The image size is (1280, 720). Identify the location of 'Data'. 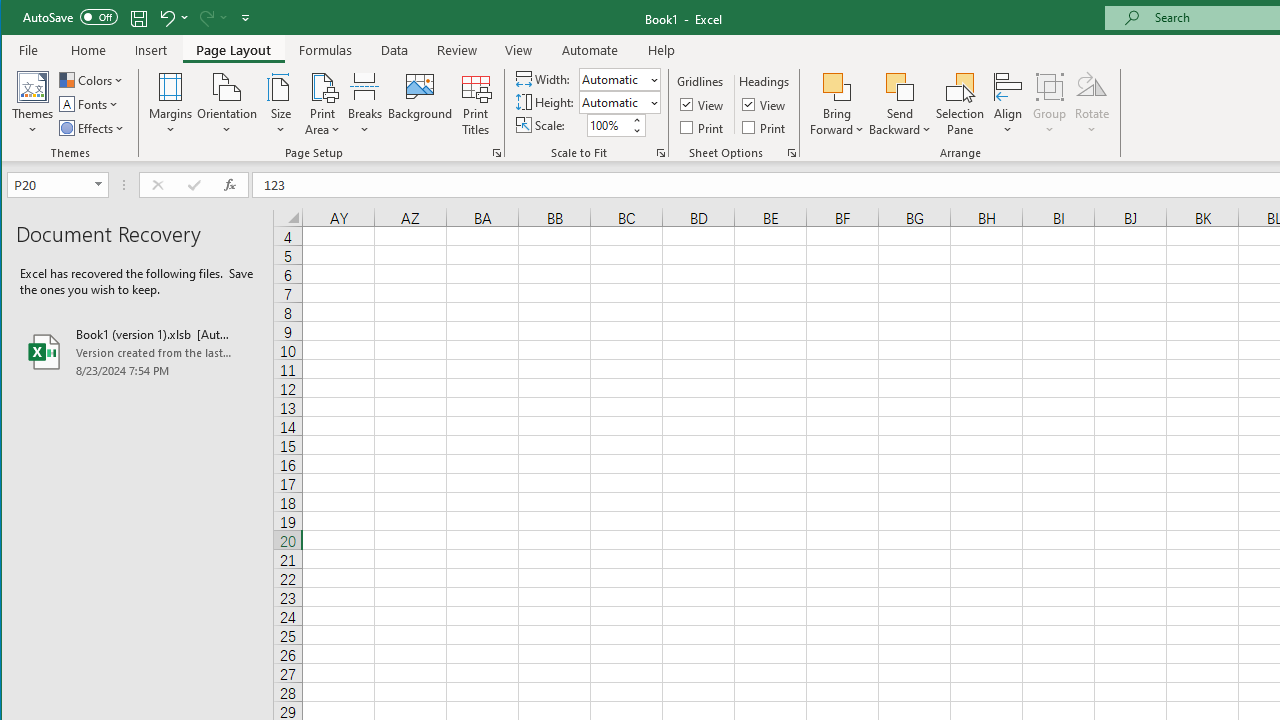
(395, 49).